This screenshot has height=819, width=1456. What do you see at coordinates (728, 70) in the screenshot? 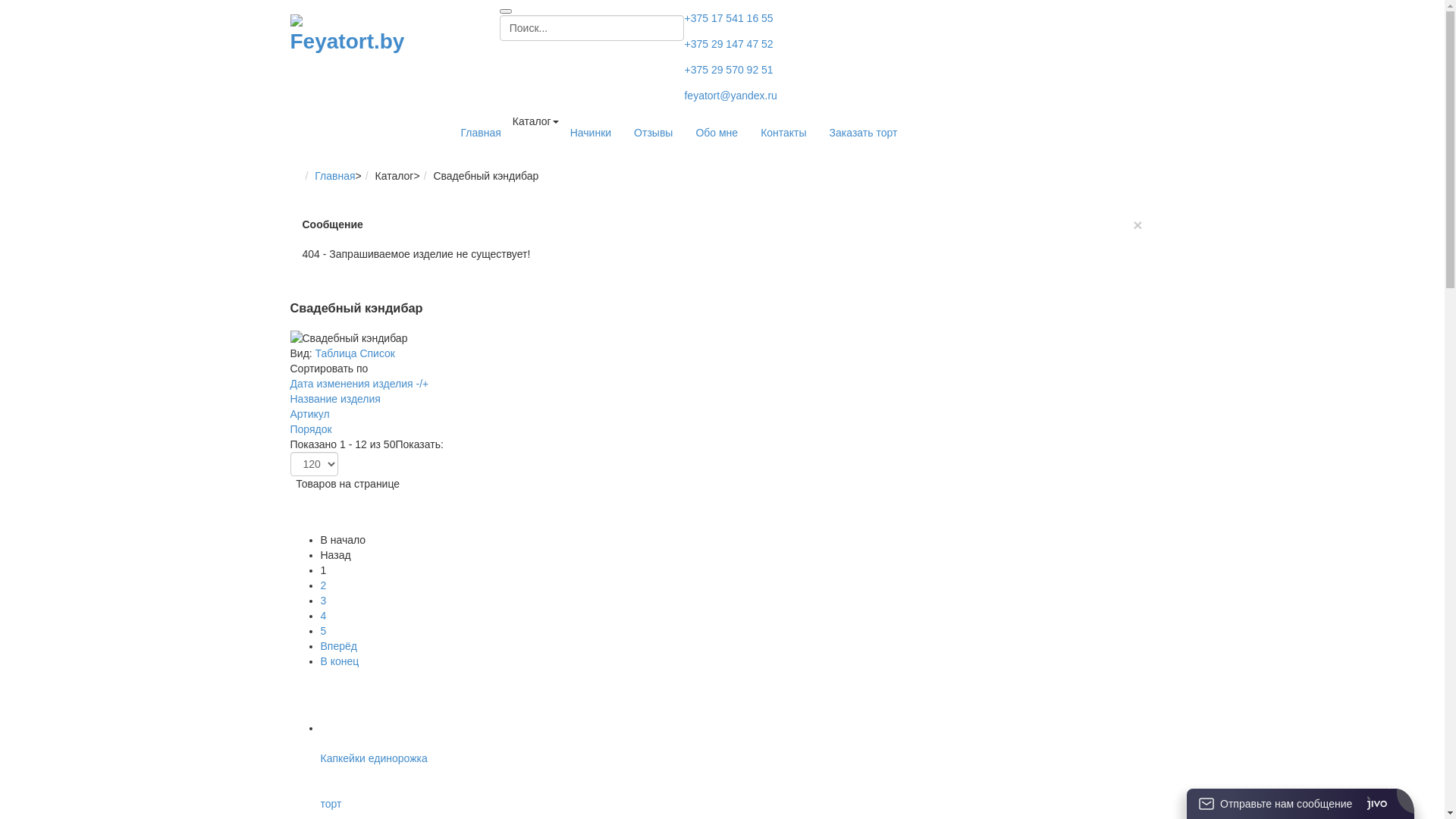
I see `'+375 29 570 92 51'` at bounding box center [728, 70].